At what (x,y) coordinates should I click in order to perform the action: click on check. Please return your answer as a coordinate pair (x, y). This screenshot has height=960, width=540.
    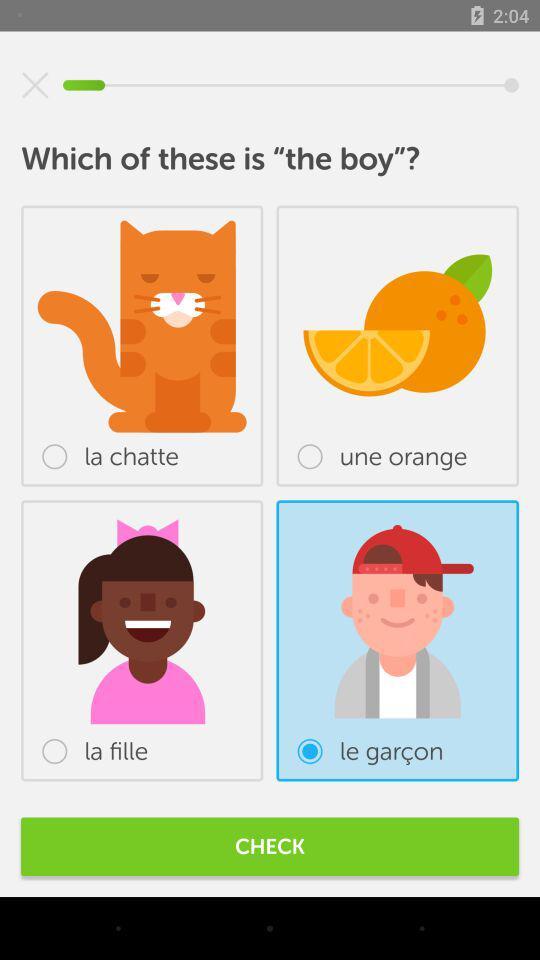
    Looking at the image, I should click on (270, 845).